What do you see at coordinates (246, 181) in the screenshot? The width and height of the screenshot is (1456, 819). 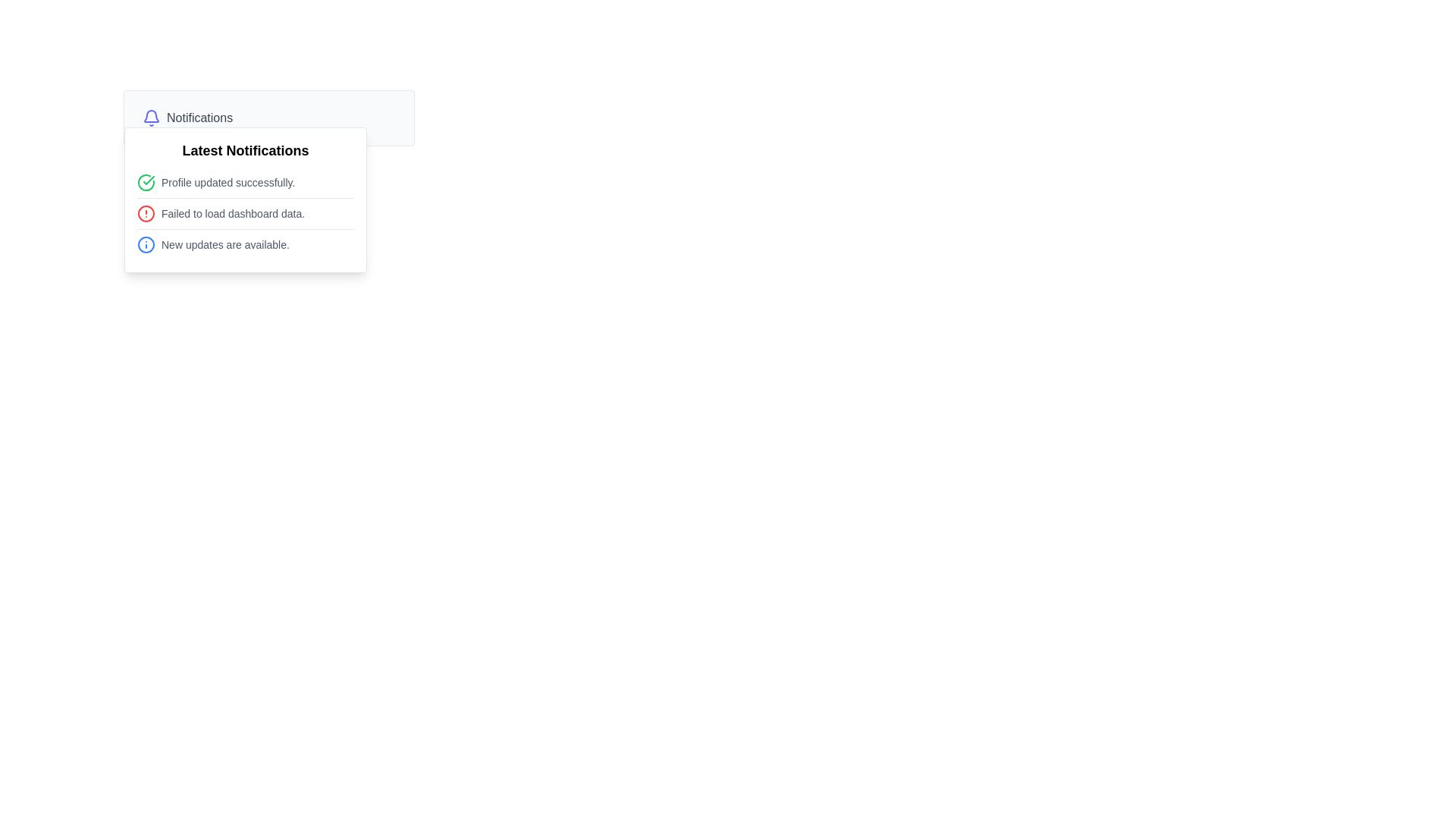 I see `the first notification item below the 'Latest Notifications' heading to interact with or dismiss the notification regarding a successful profile update` at bounding box center [246, 181].